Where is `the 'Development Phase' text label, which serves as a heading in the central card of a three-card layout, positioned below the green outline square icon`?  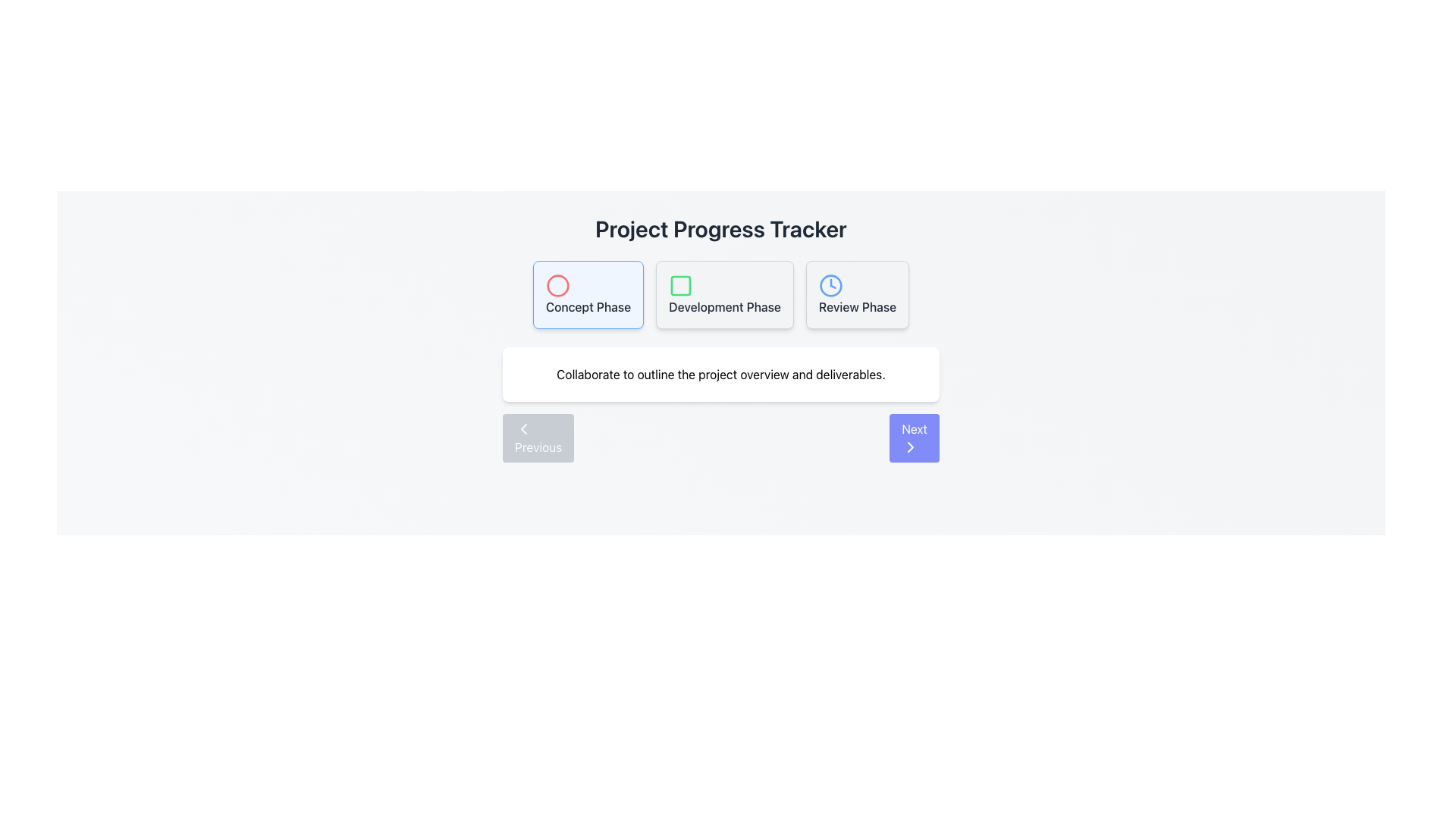
the 'Development Phase' text label, which serves as a heading in the central card of a three-card layout, positioned below the green outline square icon is located at coordinates (724, 307).